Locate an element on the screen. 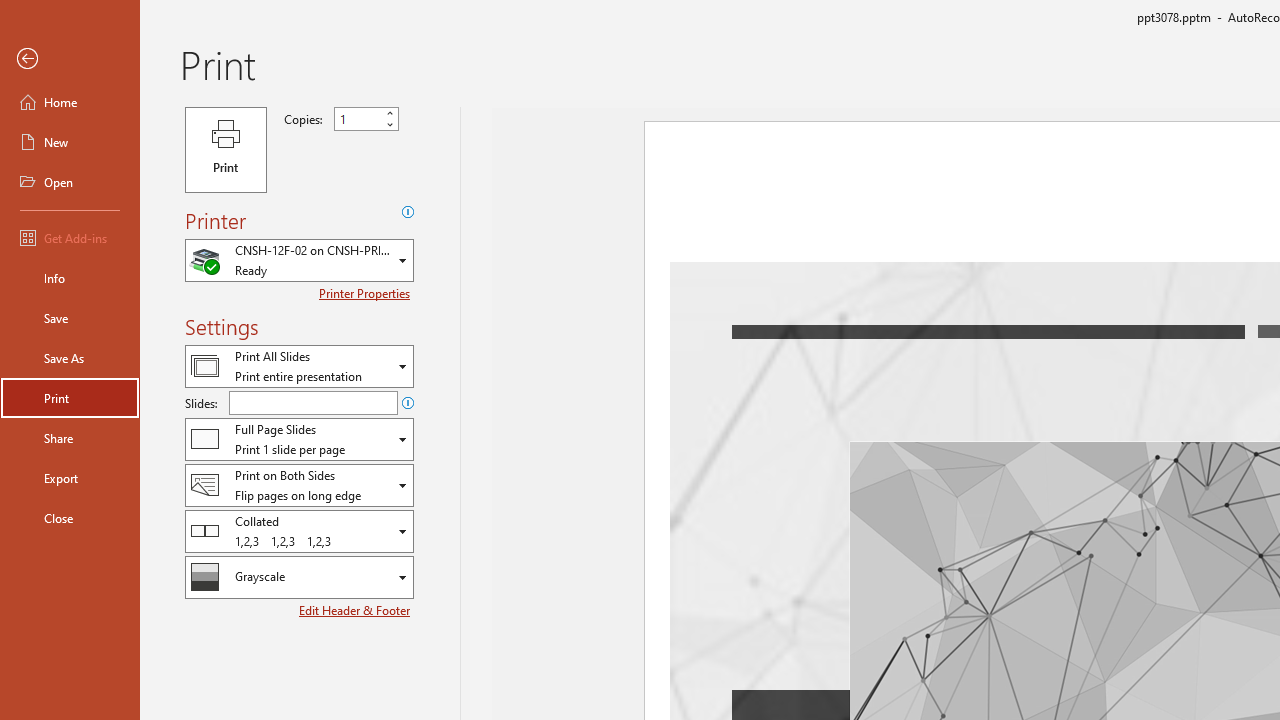  'Get Add-ins' is located at coordinates (69, 236).